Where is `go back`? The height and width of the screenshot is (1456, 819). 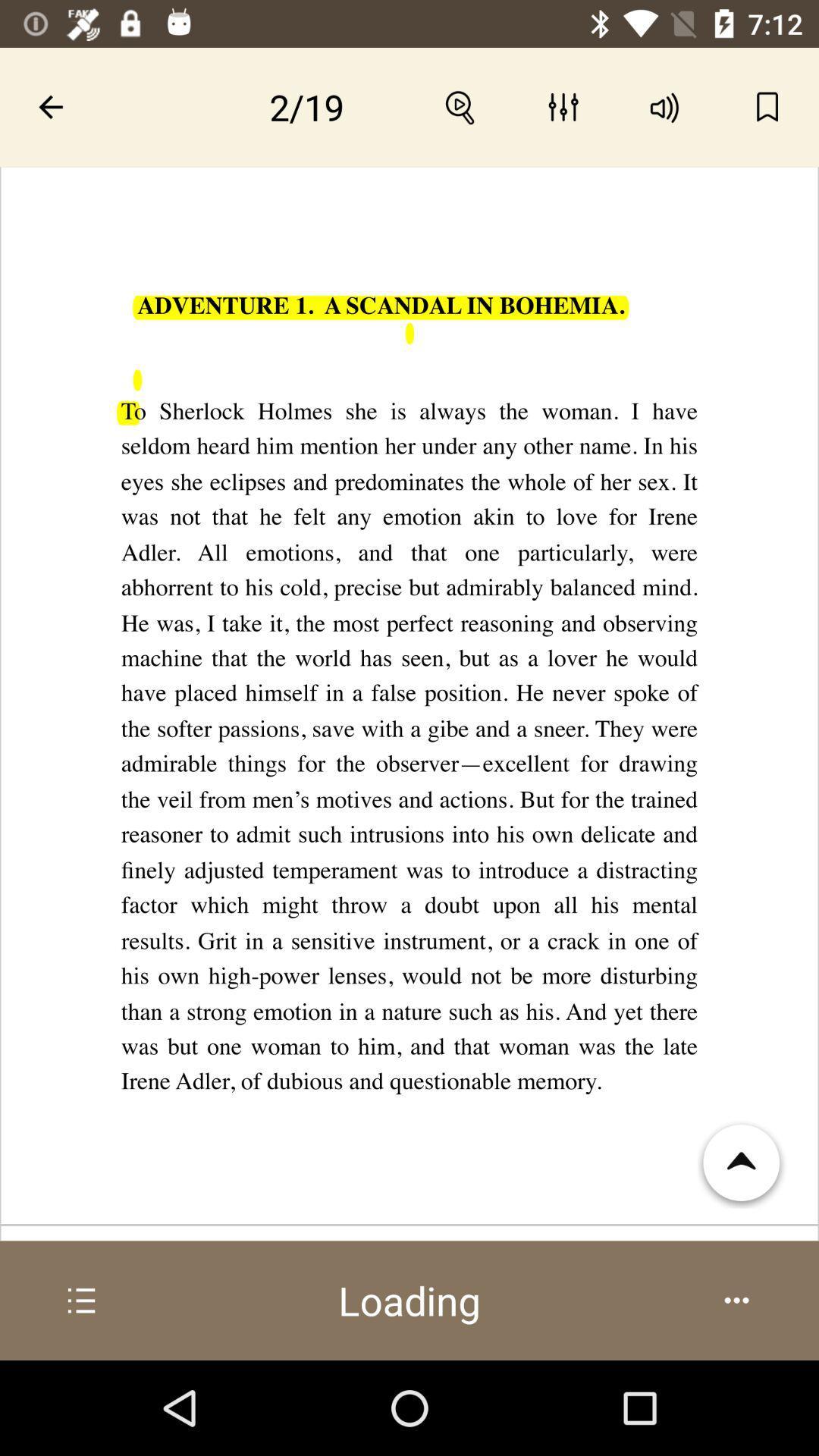
go back is located at coordinates (50, 106).